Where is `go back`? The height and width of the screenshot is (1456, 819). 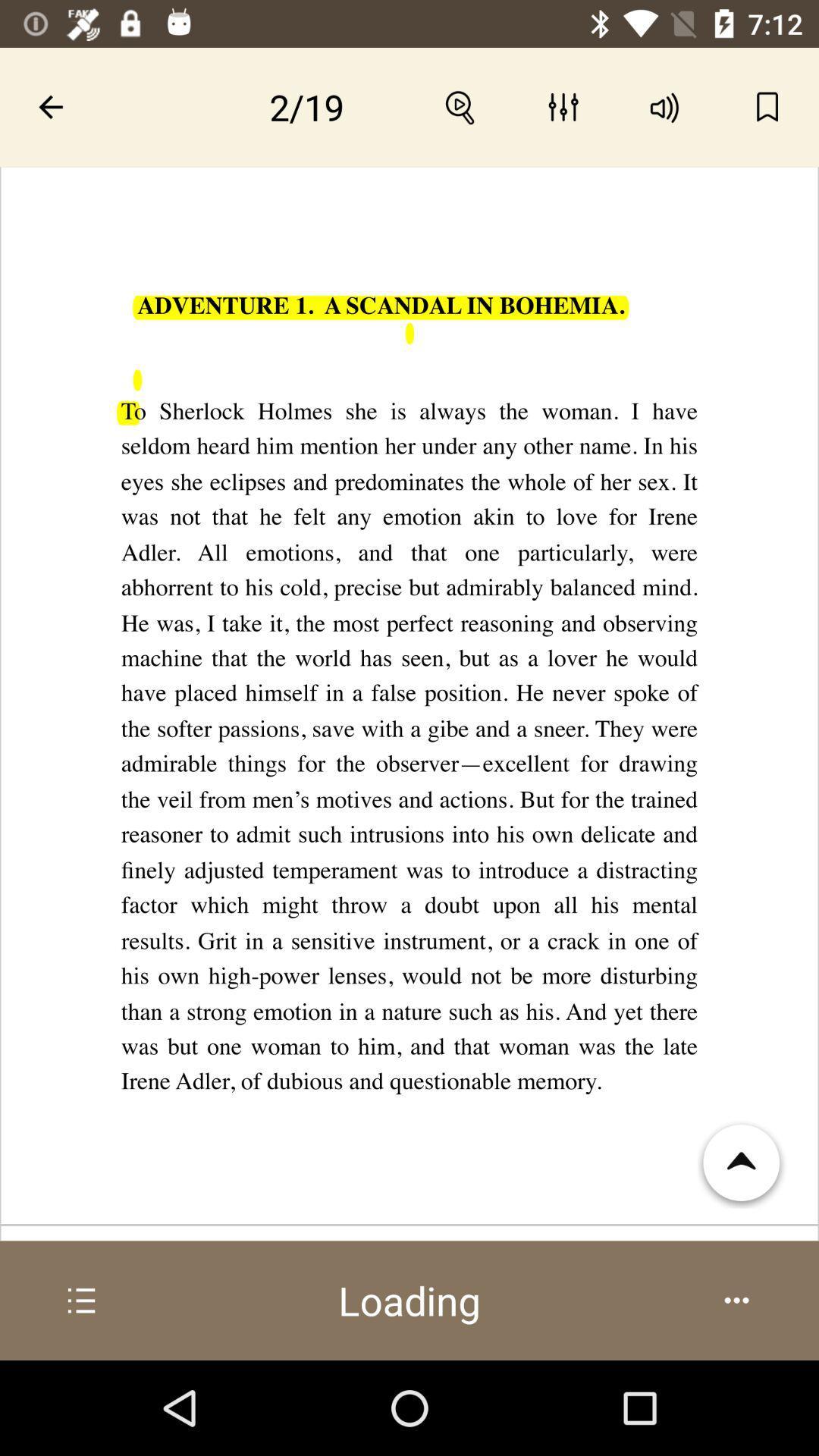
go back is located at coordinates (50, 106).